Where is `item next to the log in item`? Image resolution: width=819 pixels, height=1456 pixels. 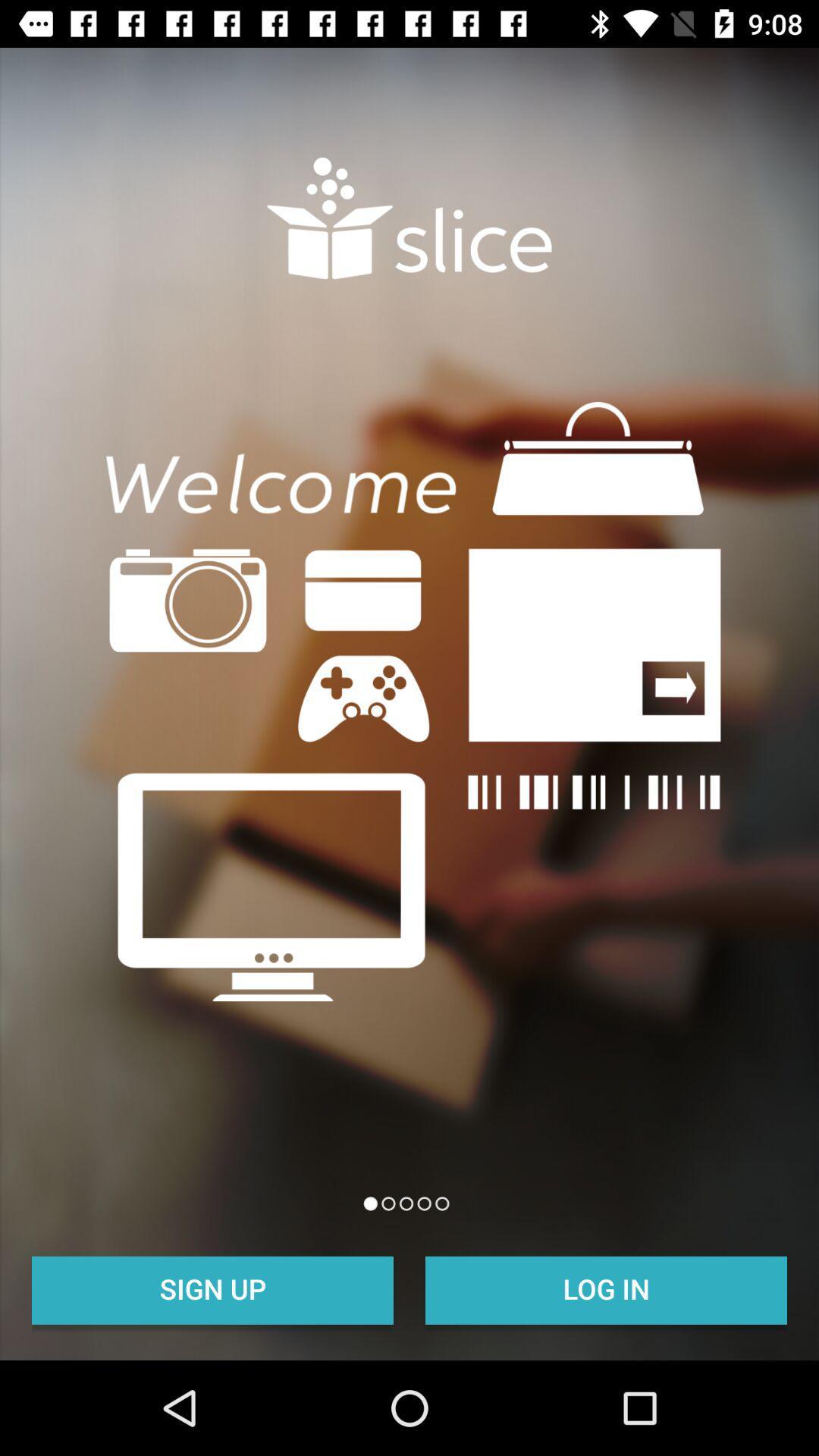
item next to the log in item is located at coordinates (212, 1288).